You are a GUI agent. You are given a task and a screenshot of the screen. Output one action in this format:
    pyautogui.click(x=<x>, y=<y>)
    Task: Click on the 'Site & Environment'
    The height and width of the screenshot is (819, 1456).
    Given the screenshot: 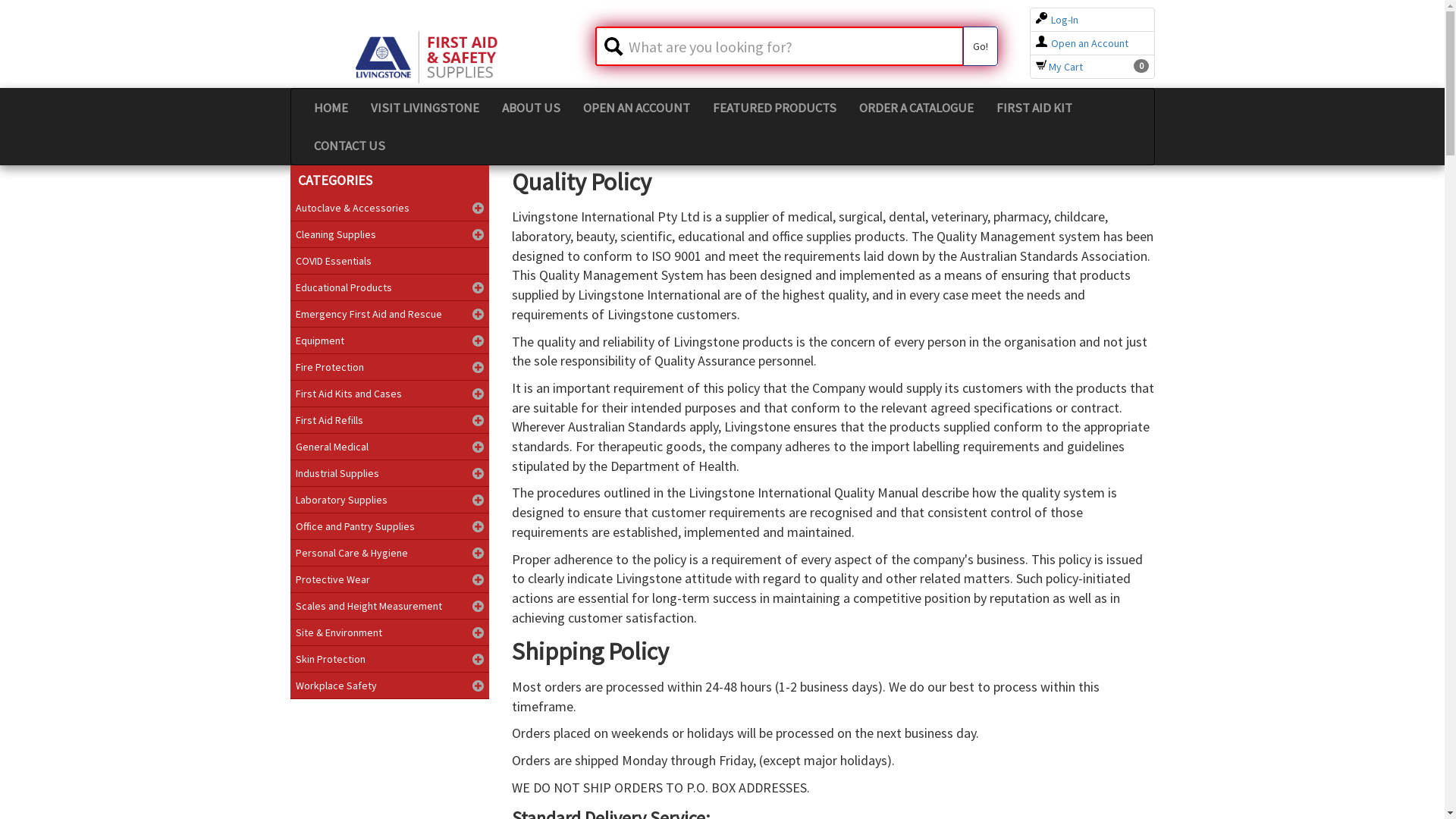 What is the action you would take?
    pyautogui.click(x=389, y=632)
    